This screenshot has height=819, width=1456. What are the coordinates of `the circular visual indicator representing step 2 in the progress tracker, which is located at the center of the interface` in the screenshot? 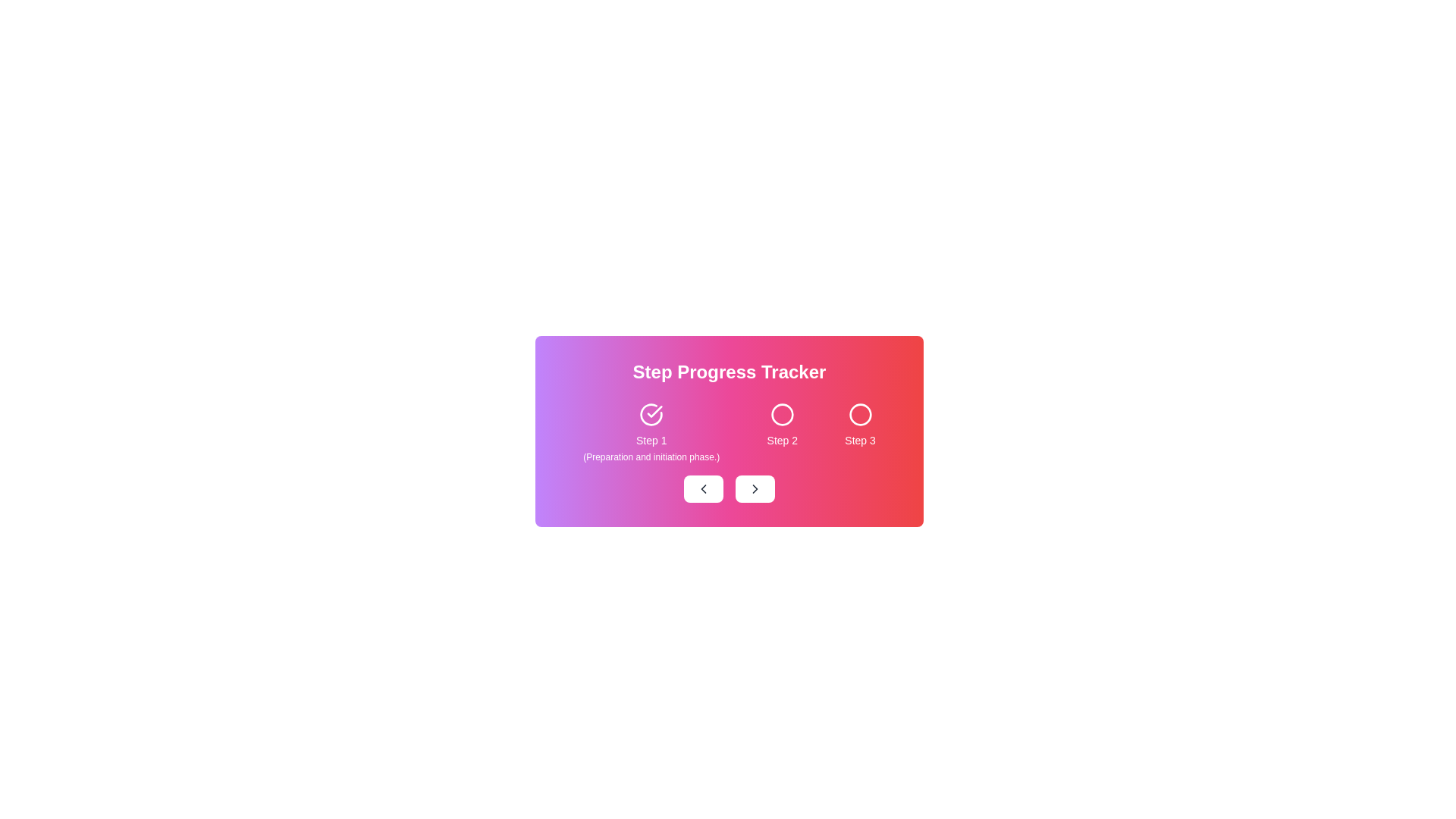 It's located at (782, 415).